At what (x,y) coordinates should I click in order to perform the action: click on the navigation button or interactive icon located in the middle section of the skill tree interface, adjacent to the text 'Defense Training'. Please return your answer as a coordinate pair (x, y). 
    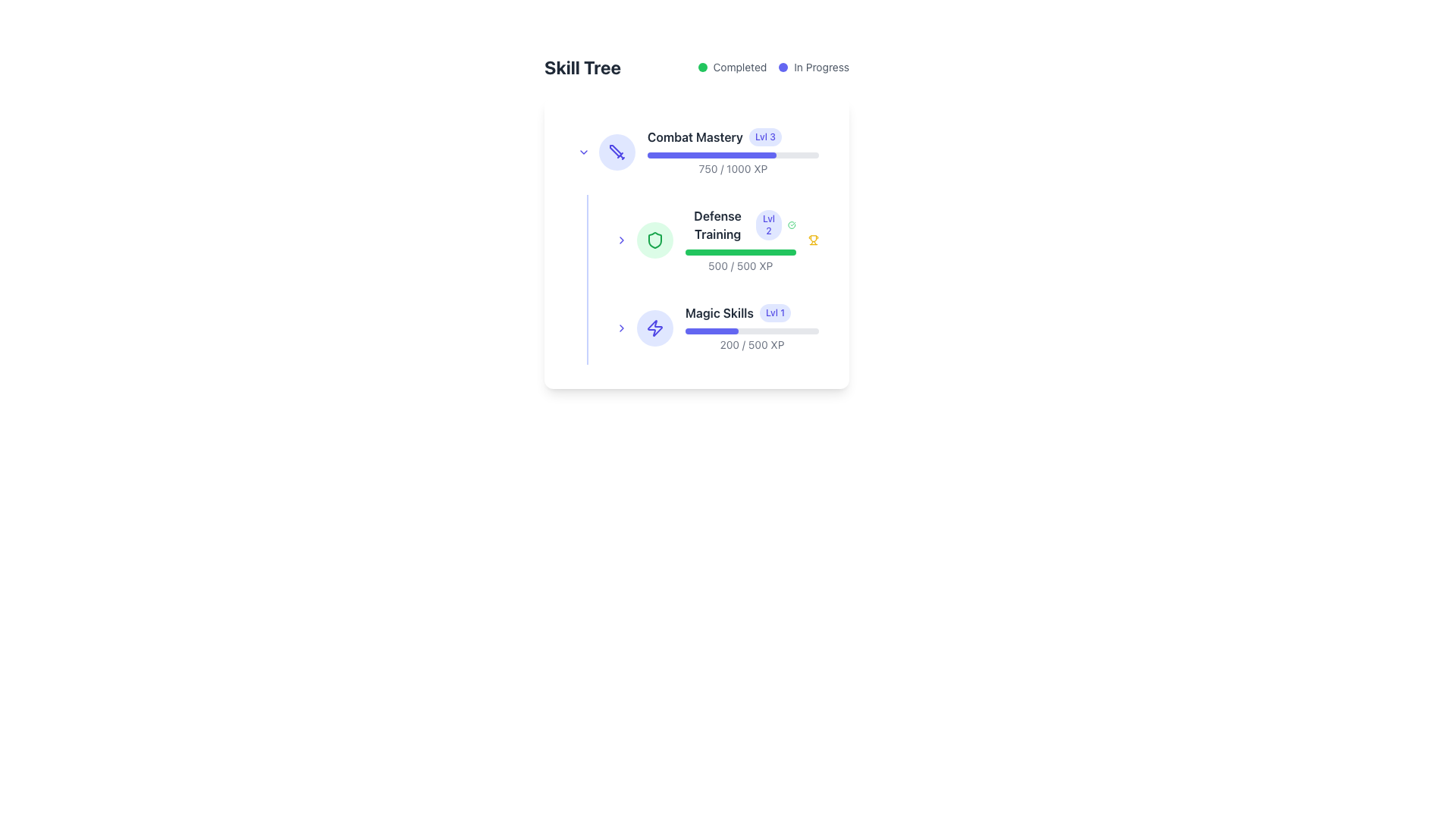
    Looking at the image, I should click on (622, 239).